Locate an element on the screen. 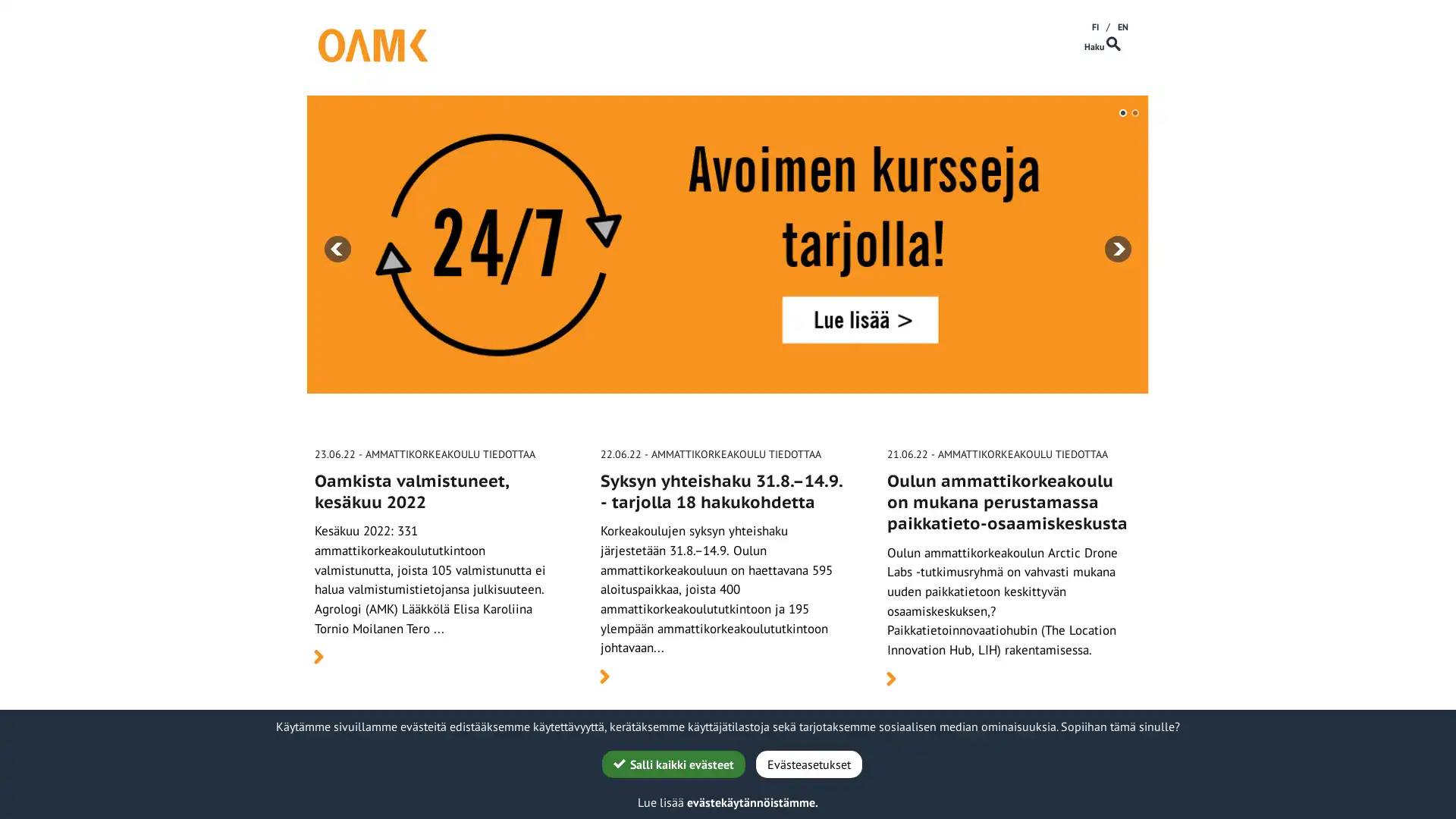 This screenshot has height=819, width=1456. Evasteasetukset is located at coordinates (807, 764).